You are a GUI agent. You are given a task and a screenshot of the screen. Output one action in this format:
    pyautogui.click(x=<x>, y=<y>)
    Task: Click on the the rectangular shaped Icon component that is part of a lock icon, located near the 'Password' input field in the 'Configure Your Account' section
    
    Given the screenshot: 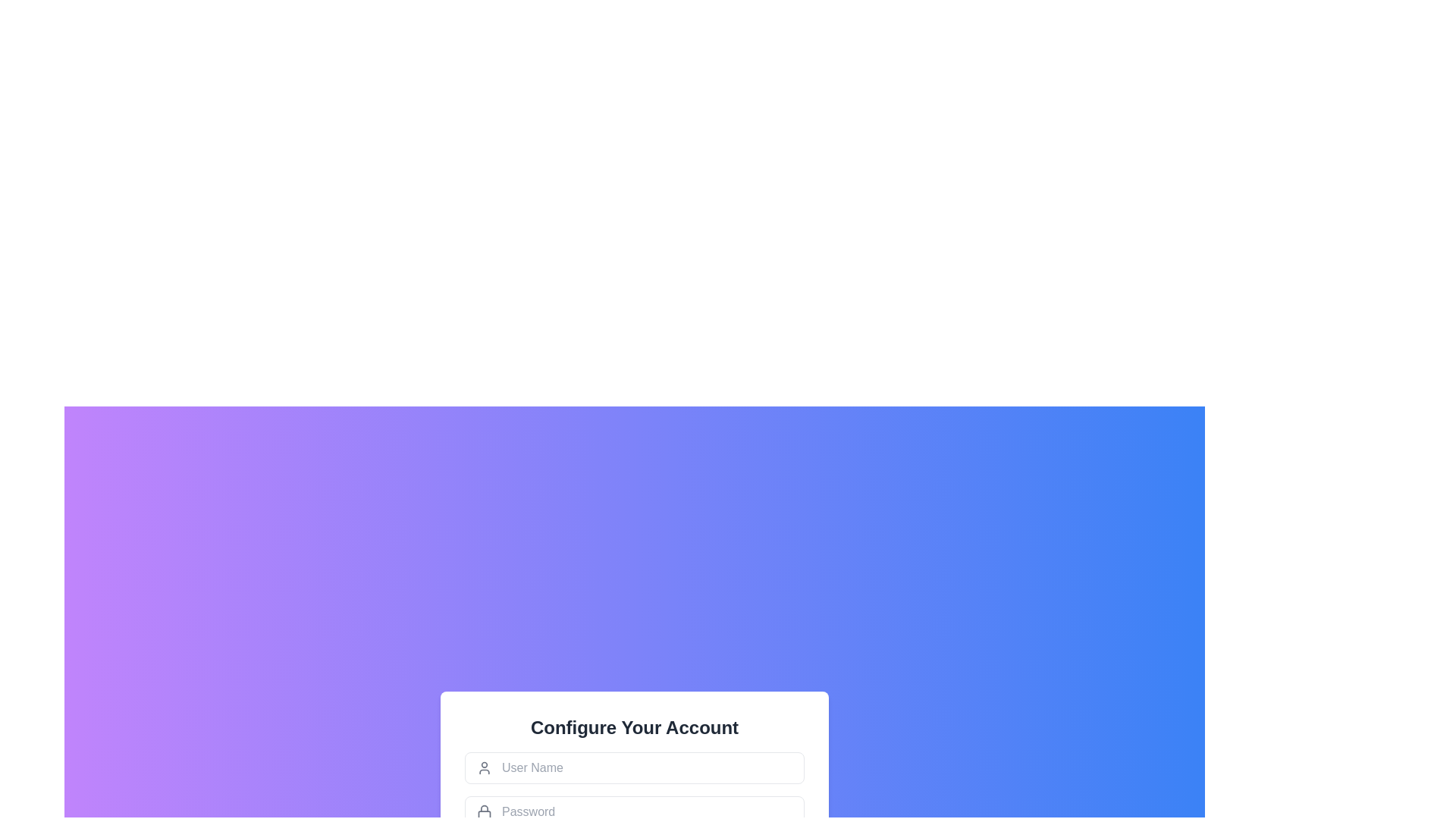 What is the action you would take?
    pyautogui.click(x=483, y=813)
    